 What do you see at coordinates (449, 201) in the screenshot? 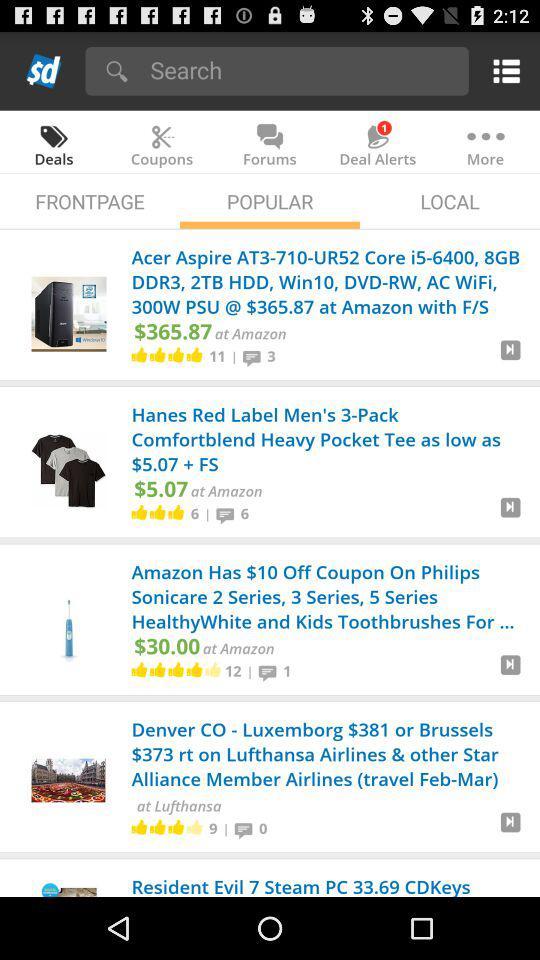
I see `item to the right of popular` at bounding box center [449, 201].